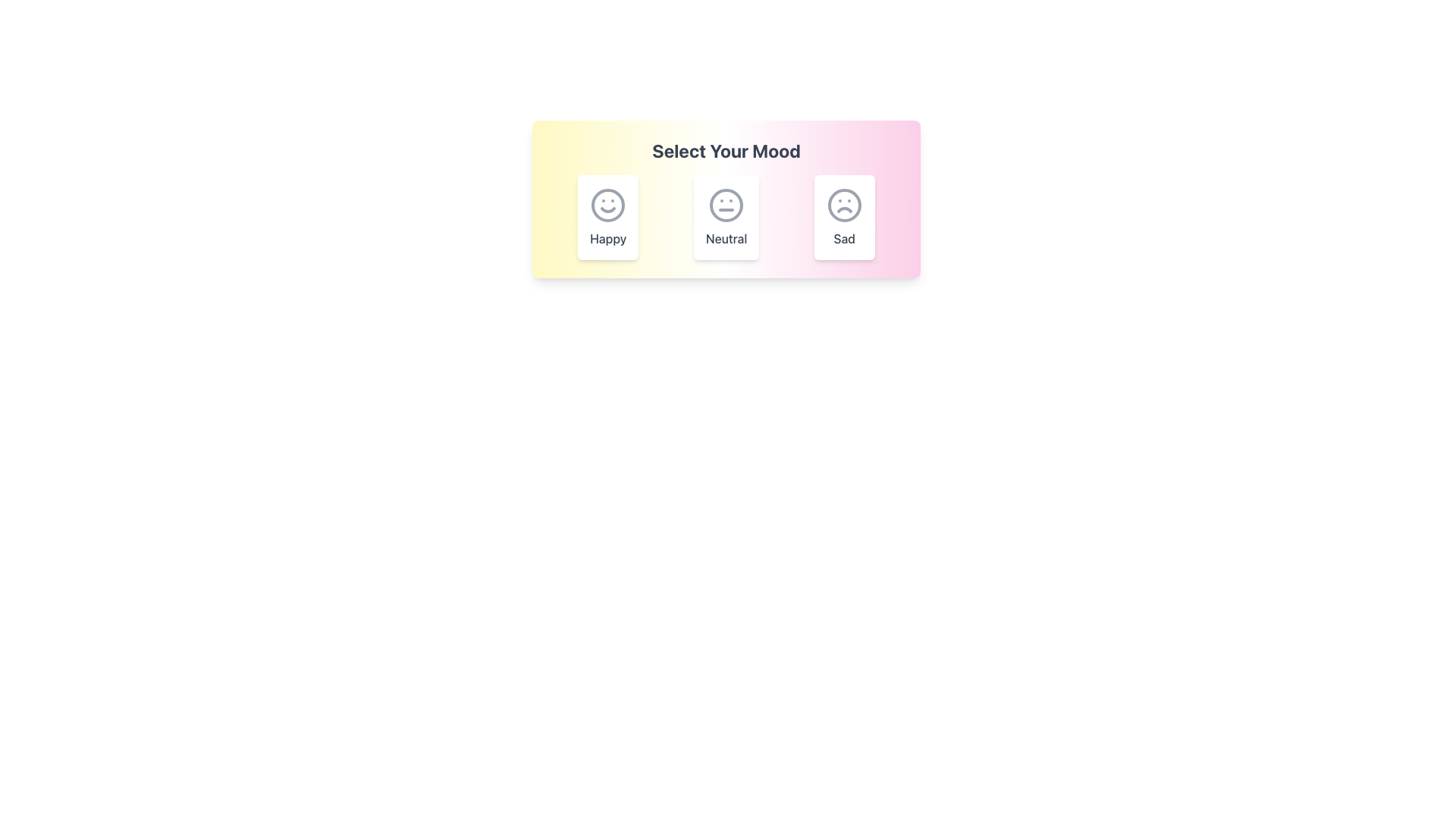 This screenshot has height=819, width=1456. What do you see at coordinates (608, 210) in the screenshot?
I see `the smile expression icon of the happy face, which is part of the mood selection interface located on the leftmost side among three mood icons` at bounding box center [608, 210].